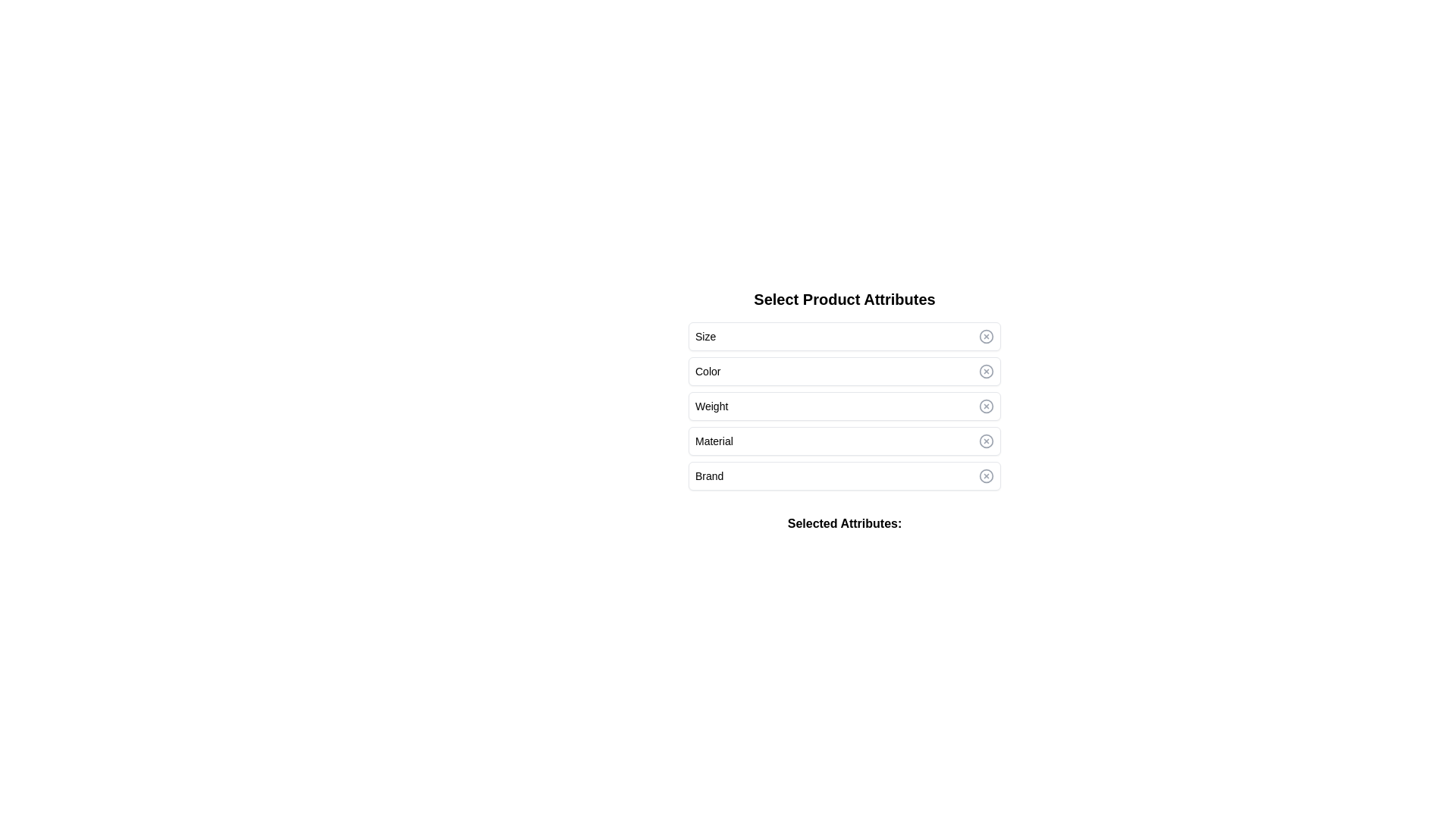 This screenshot has width=1456, height=819. What do you see at coordinates (843, 335) in the screenshot?
I see `the attribute Size by clicking its row` at bounding box center [843, 335].